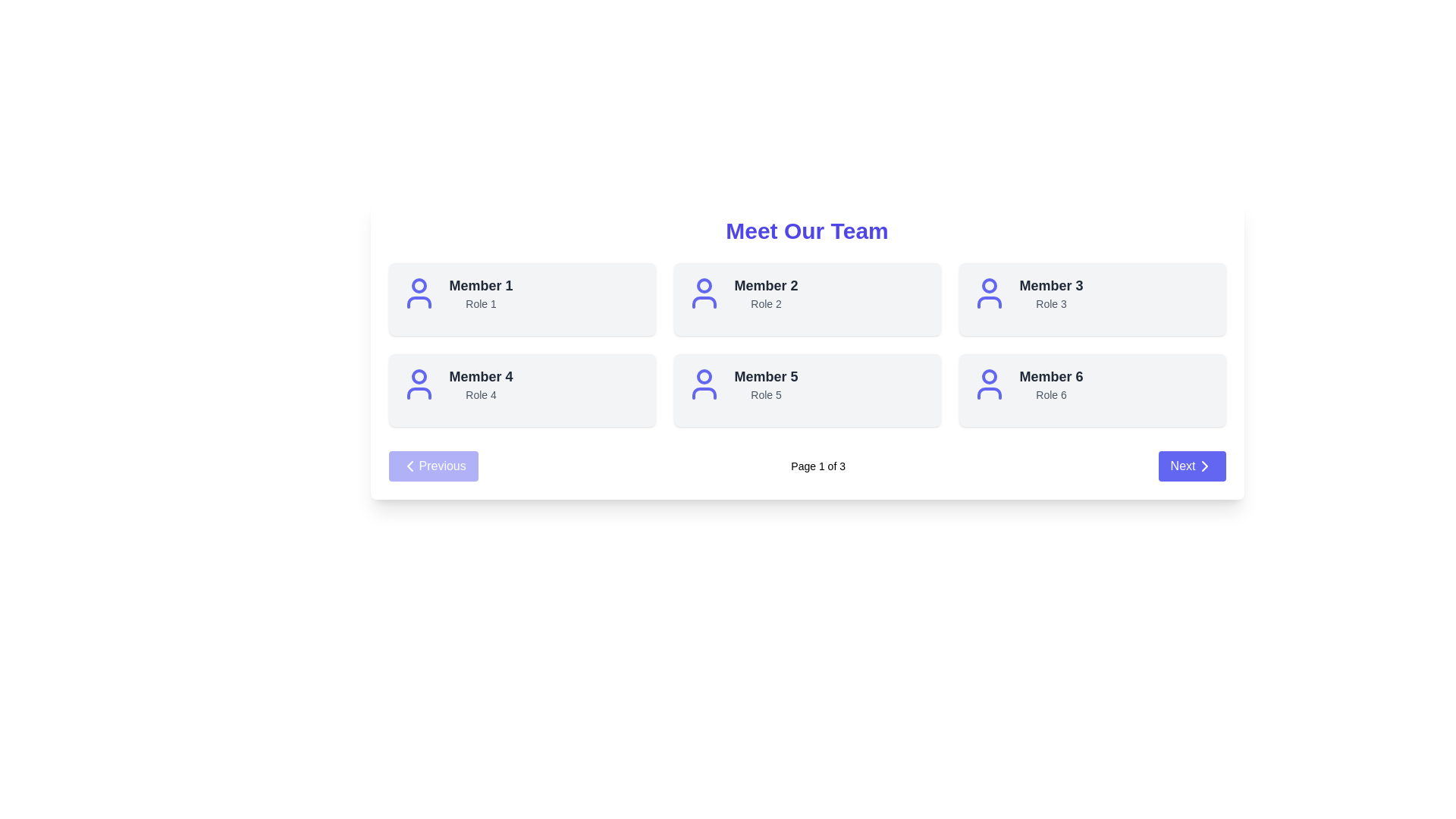 Image resolution: width=1456 pixels, height=819 pixels. I want to click on the 'Member 1' text label in the top-left corner of the 'Meet Our Team' grid layout, so click(480, 286).